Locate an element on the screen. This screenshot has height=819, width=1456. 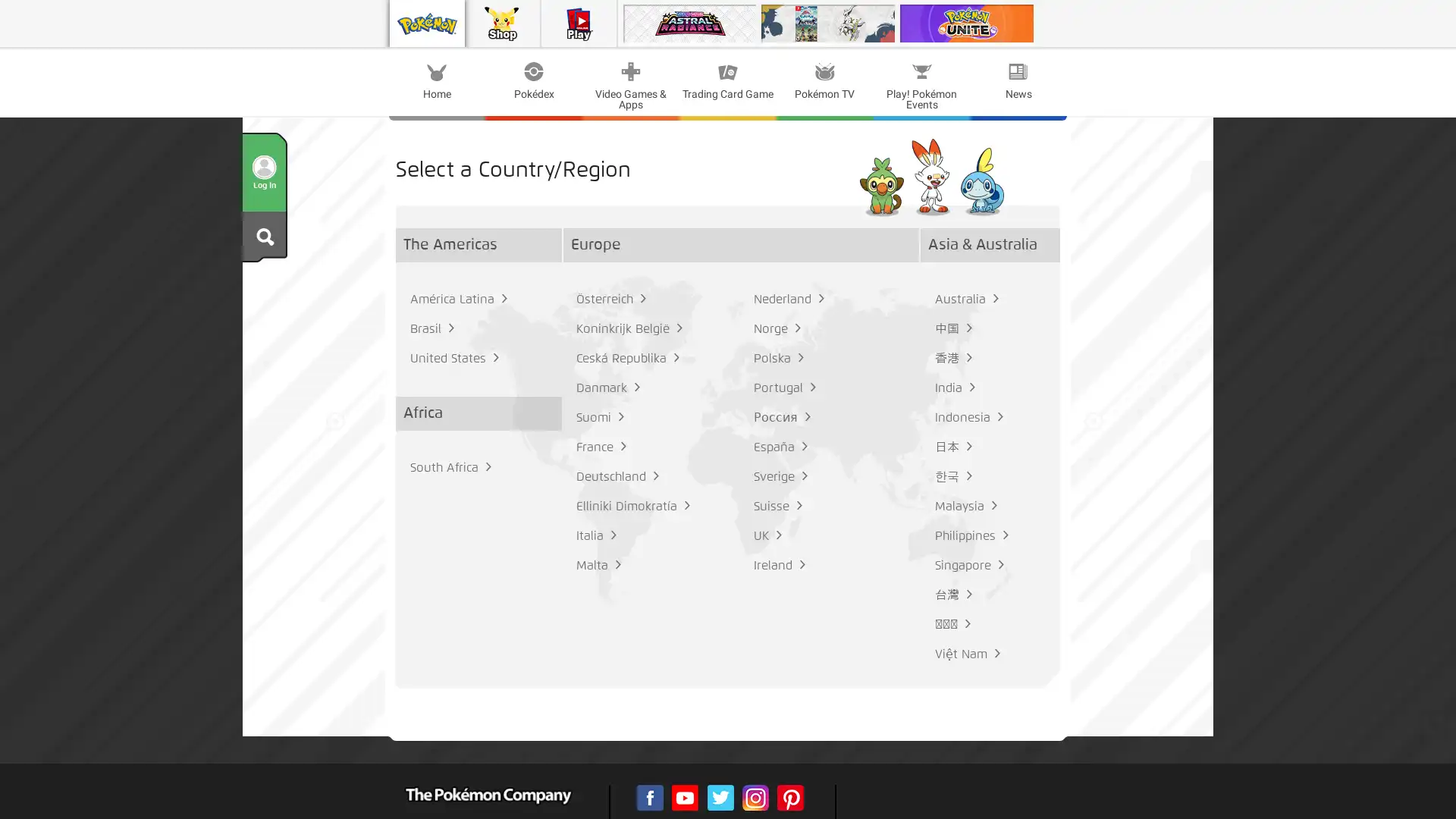
Accept All is located at coordinates (784, 237).